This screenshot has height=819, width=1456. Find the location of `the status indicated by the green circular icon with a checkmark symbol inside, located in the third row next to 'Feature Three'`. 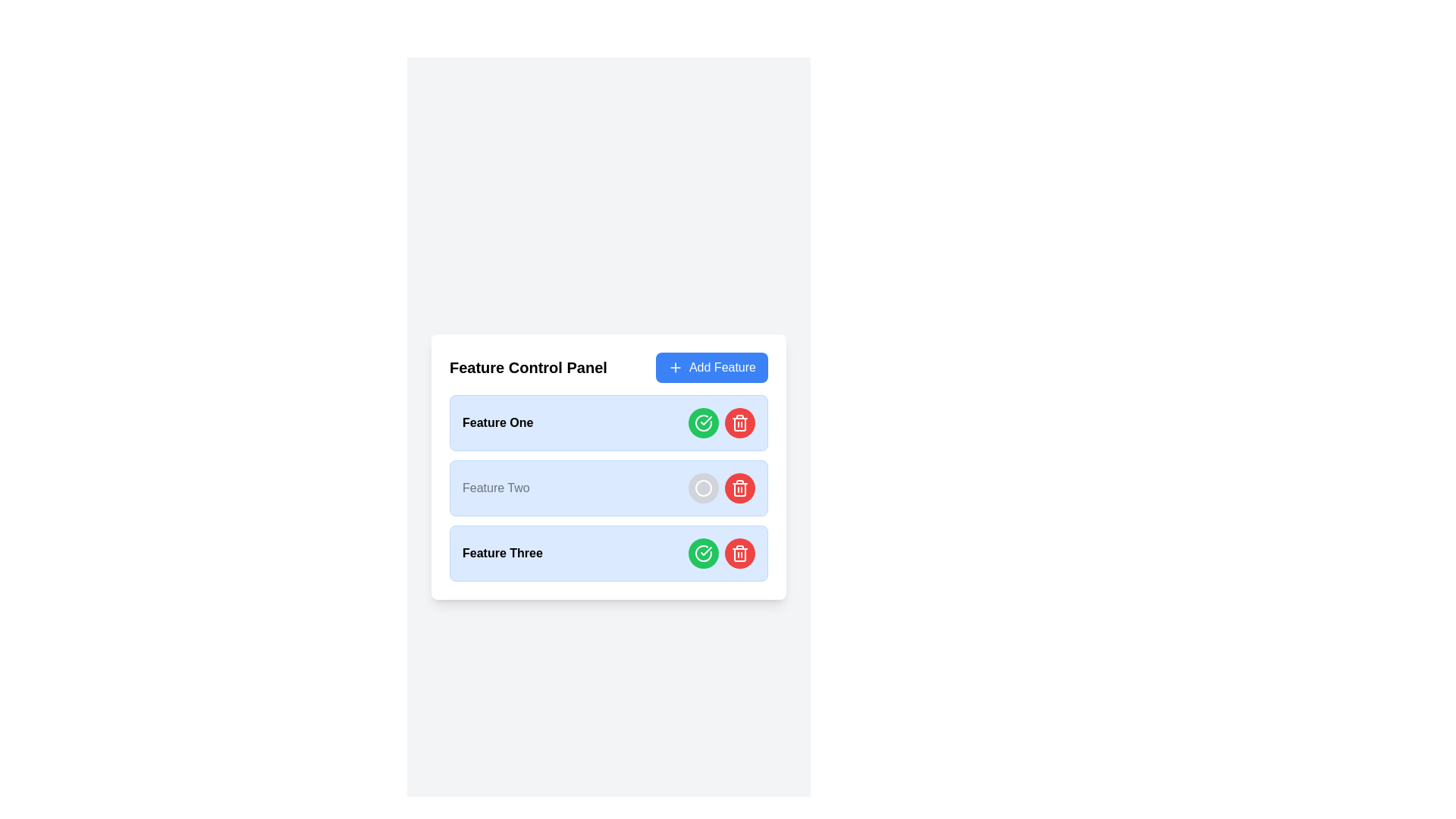

the status indicated by the green circular icon with a checkmark symbol inside, located in the third row next to 'Feature Three' is located at coordinates (702, 423).